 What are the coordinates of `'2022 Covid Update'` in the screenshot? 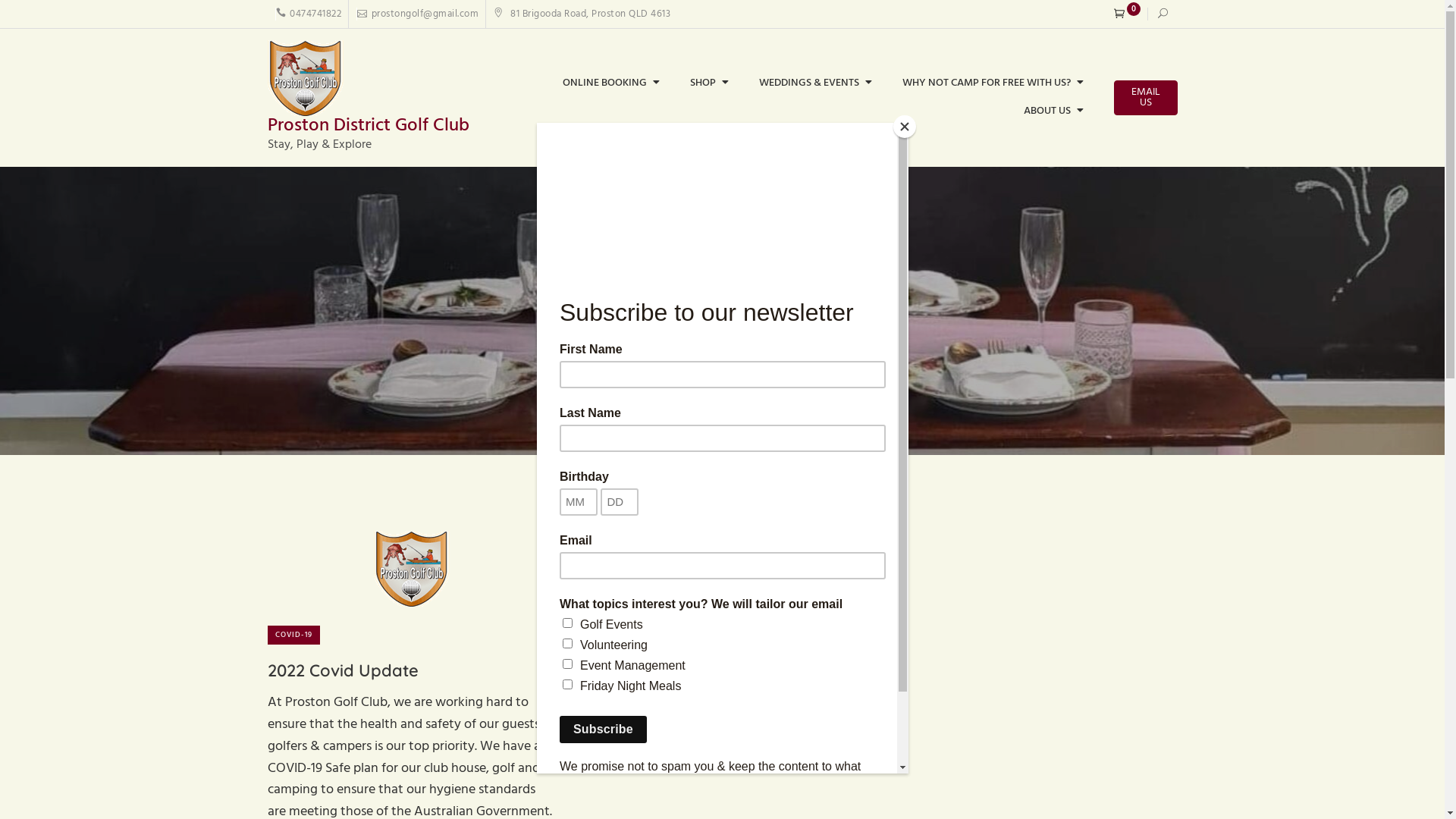 It's located at (341, 669).